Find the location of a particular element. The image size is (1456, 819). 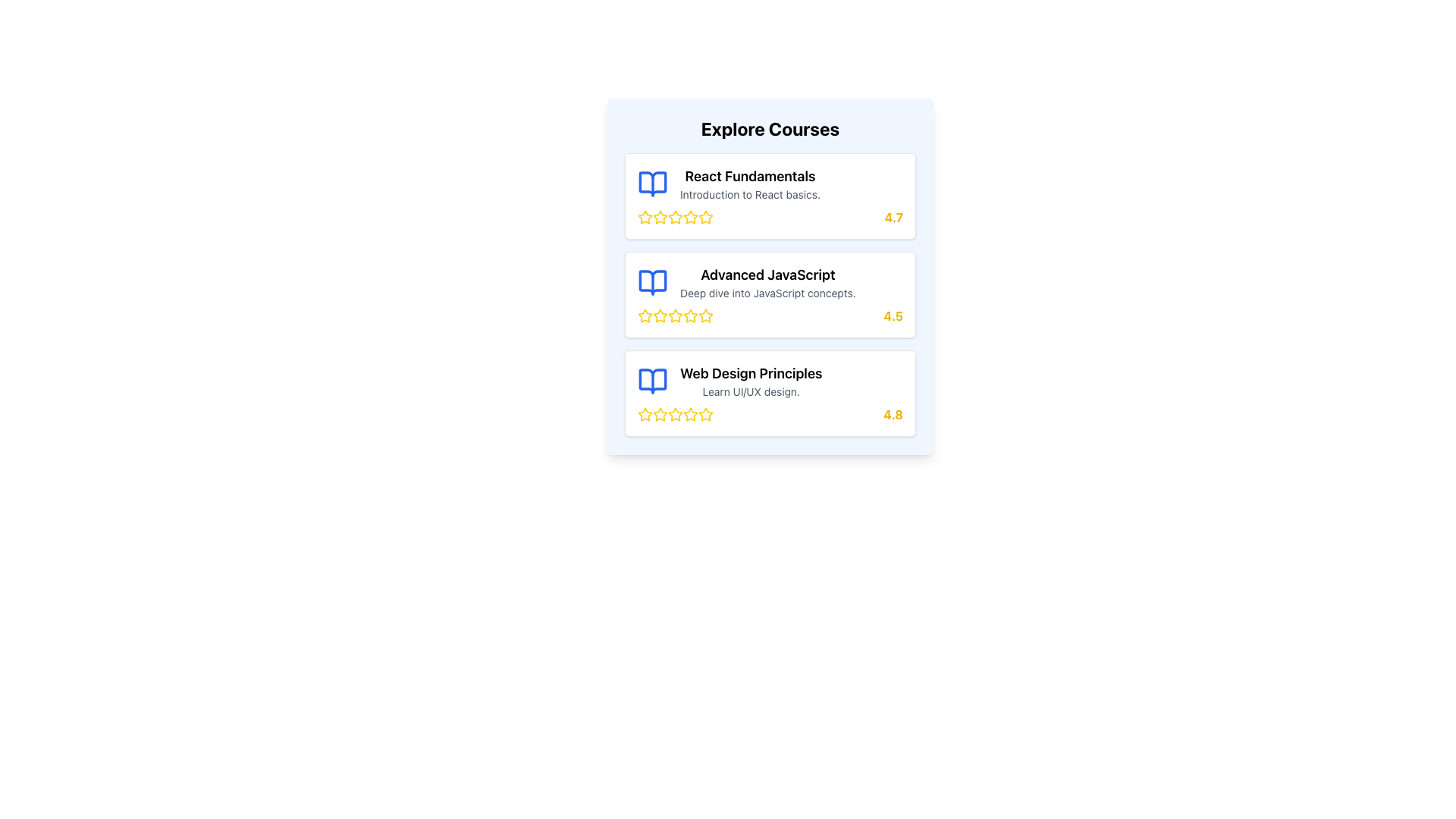

the second star icon in the five-star rating system for the course 'React Fundamentals' to interact with it is located at coordinates (689, 216).